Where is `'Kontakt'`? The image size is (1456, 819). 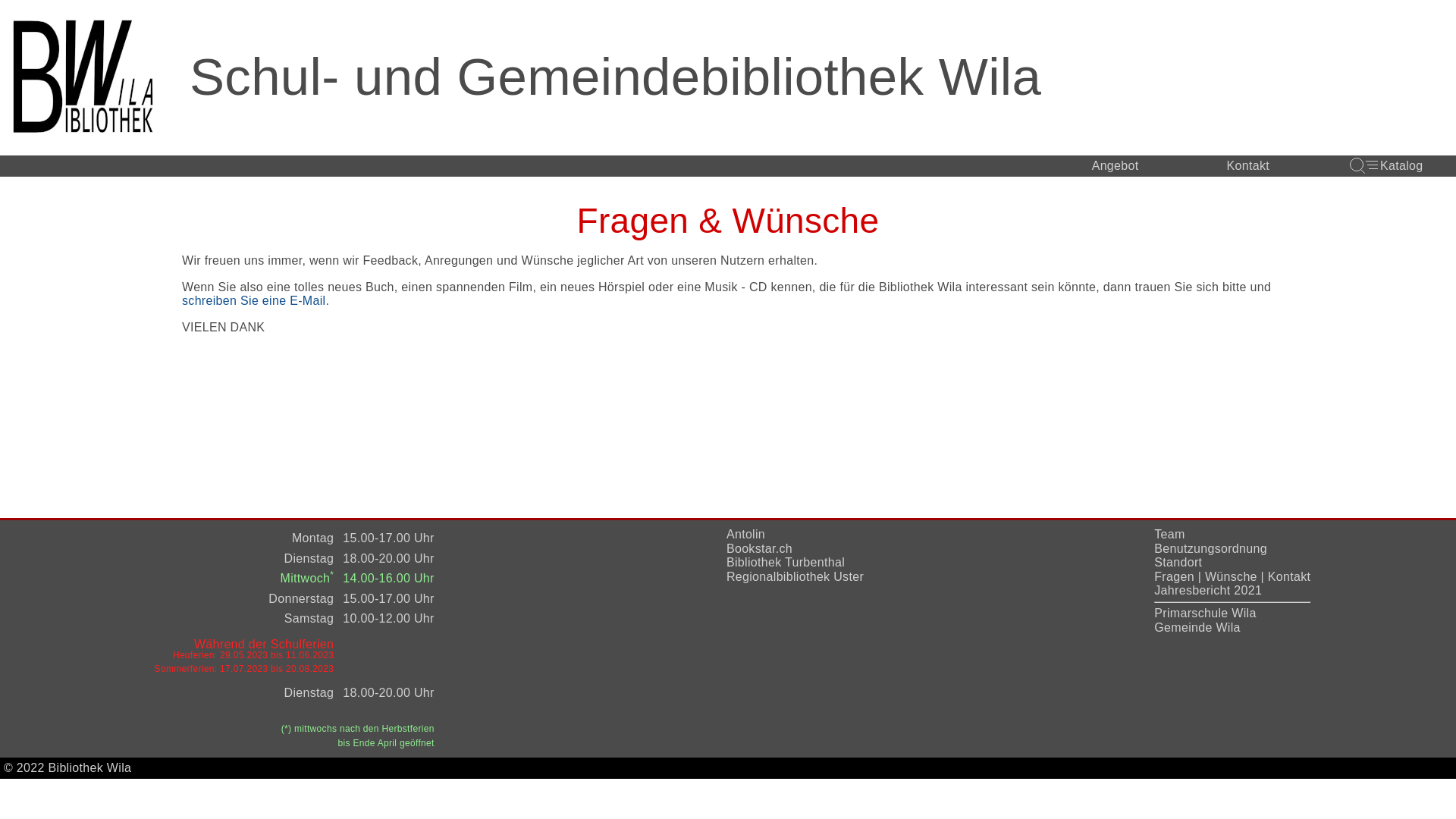
'Kontakt' is located at coordinates (1288, 576).